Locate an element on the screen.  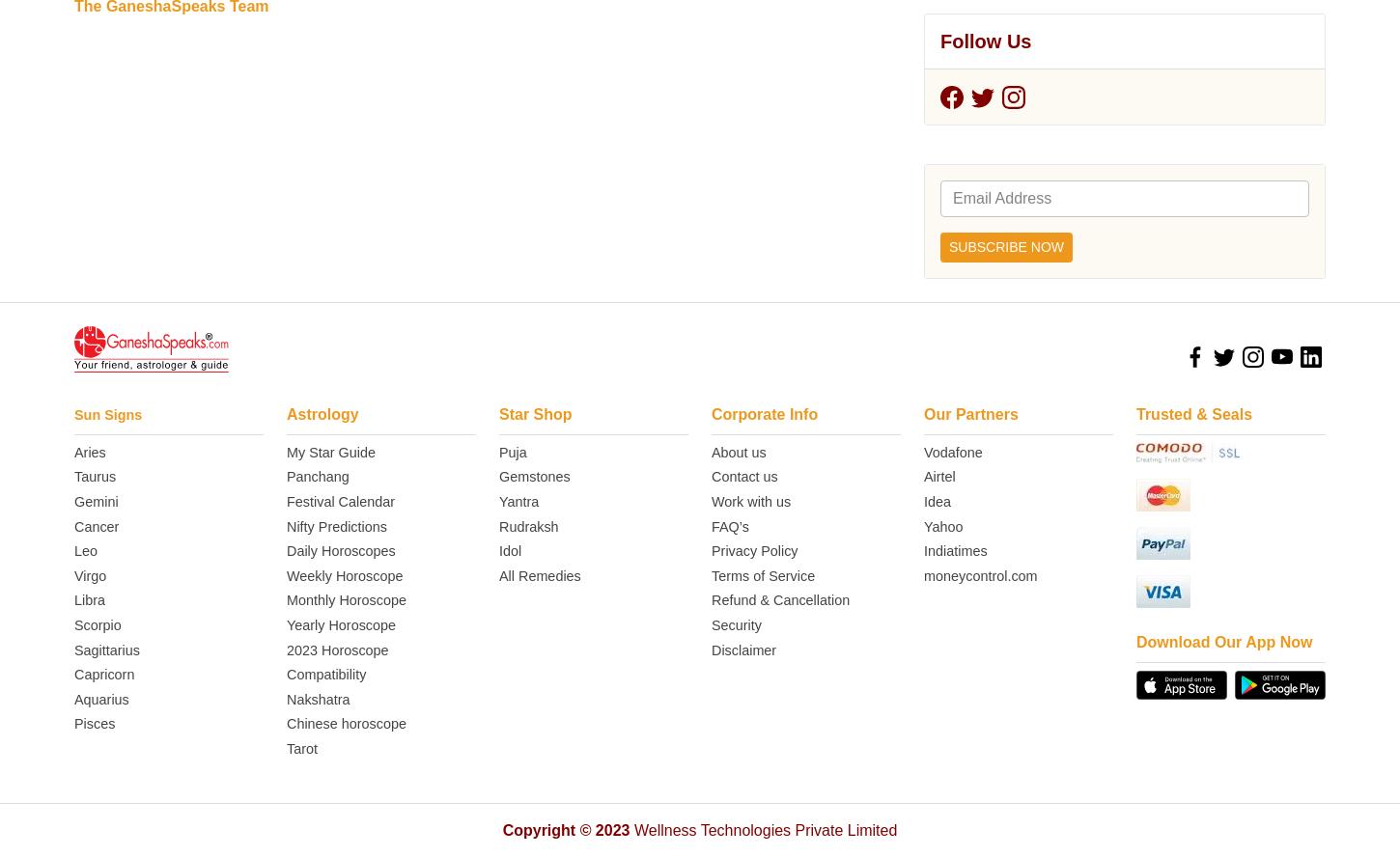
'Nakshatra' is located at coordinates (318, 87).